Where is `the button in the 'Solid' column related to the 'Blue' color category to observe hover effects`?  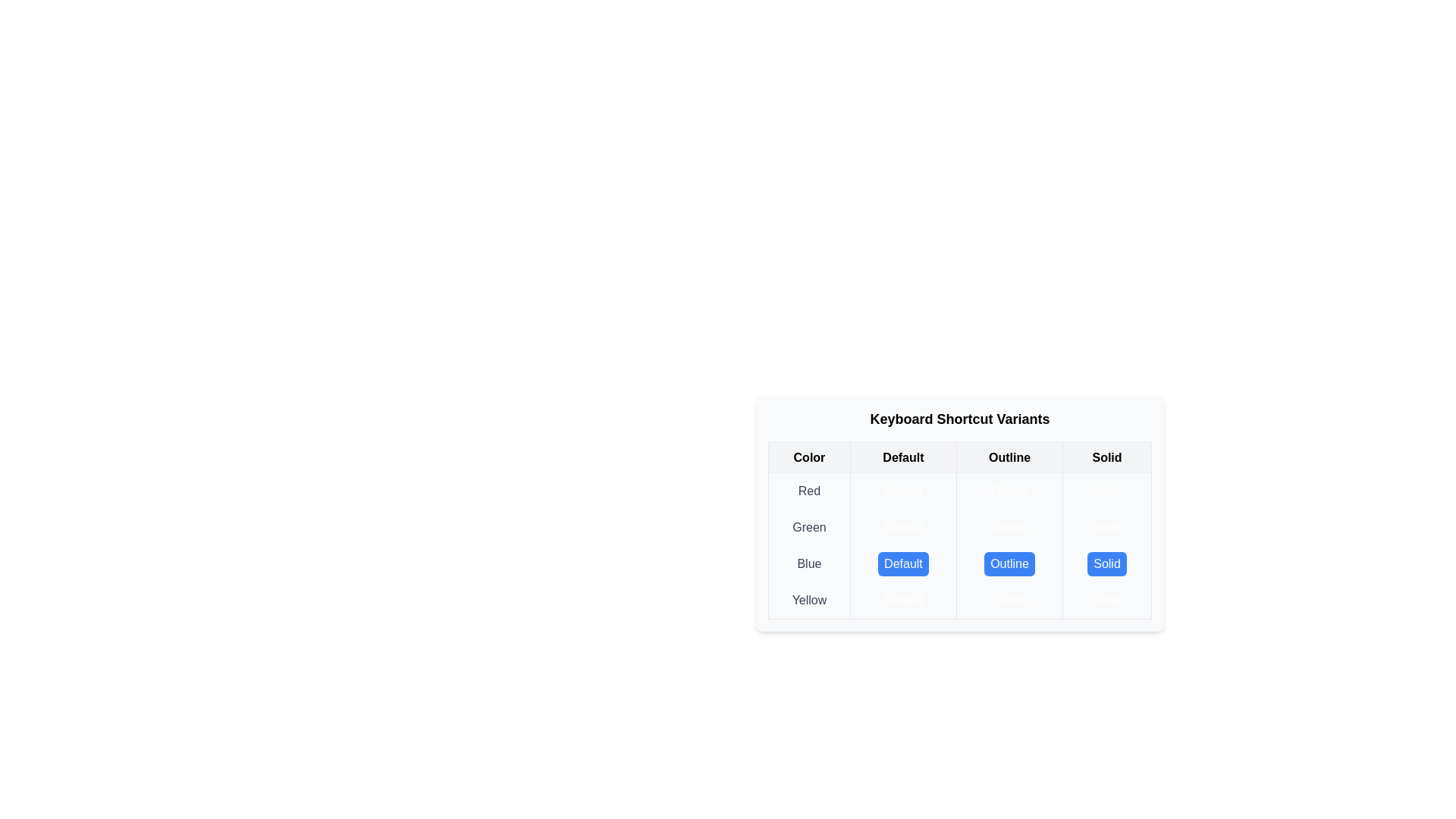 the button in the 'Solid' column related to the 'Blue' color category to observe hover effects is located at coordinates (1106, 564).